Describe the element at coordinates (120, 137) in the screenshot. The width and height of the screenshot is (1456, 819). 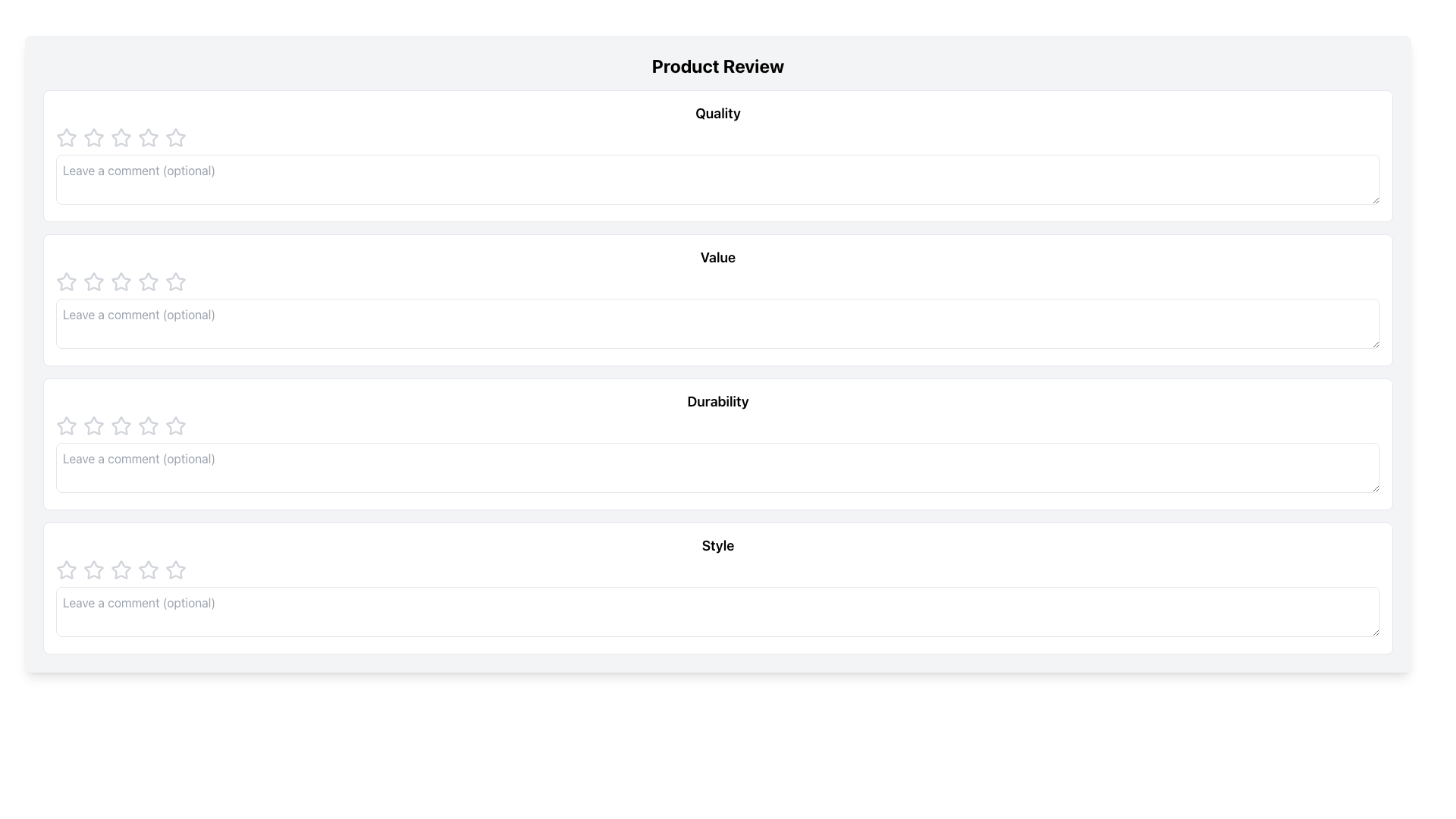
I see `the second star in the rating system for the 'Quality' category` at that location.